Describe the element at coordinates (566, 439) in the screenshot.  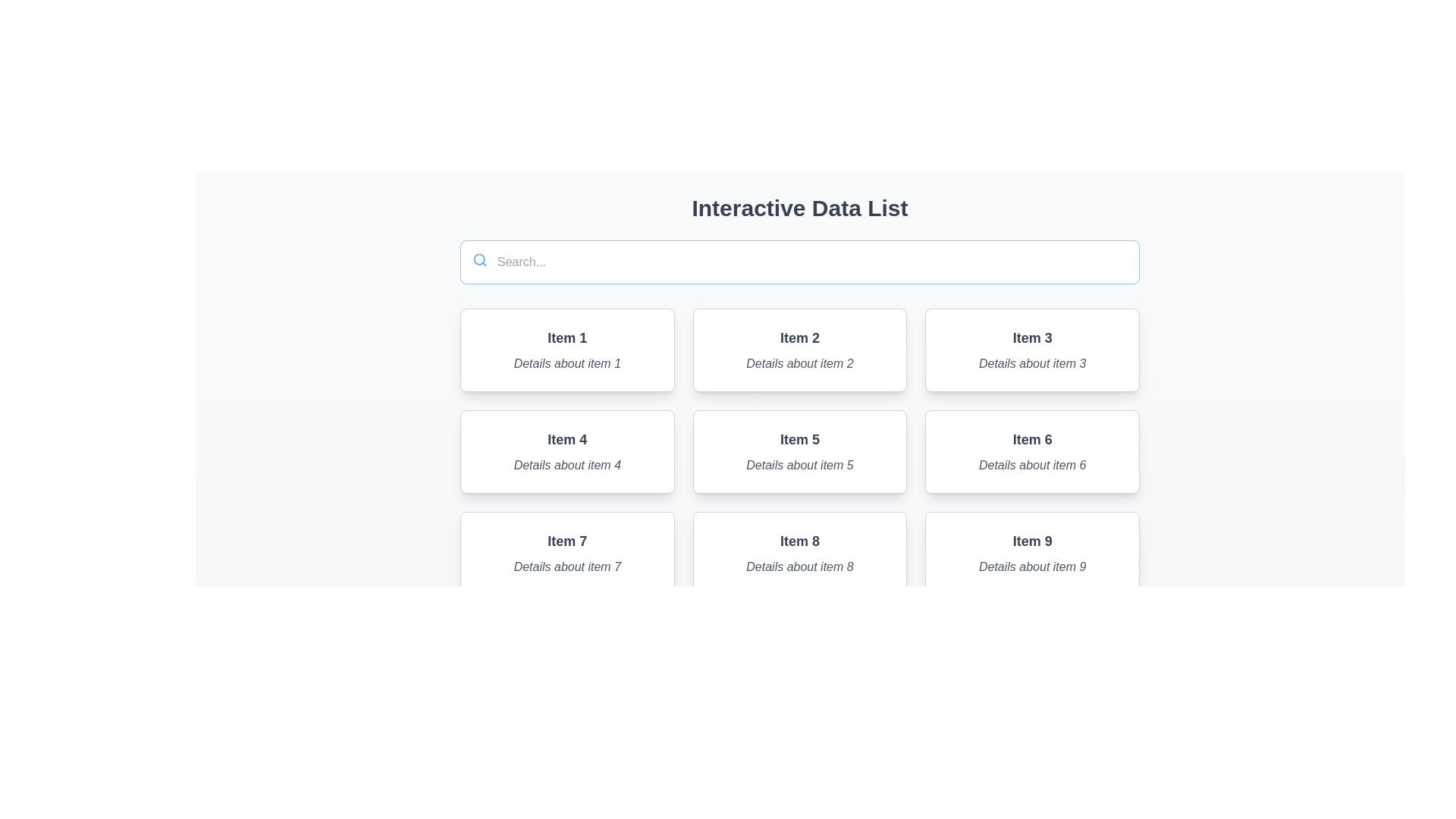
I see `the text label 'Item 4' which is styled with a large and bold font in dark gray color, located in the first card of the second row of a 3x3 grid layout` at that location.